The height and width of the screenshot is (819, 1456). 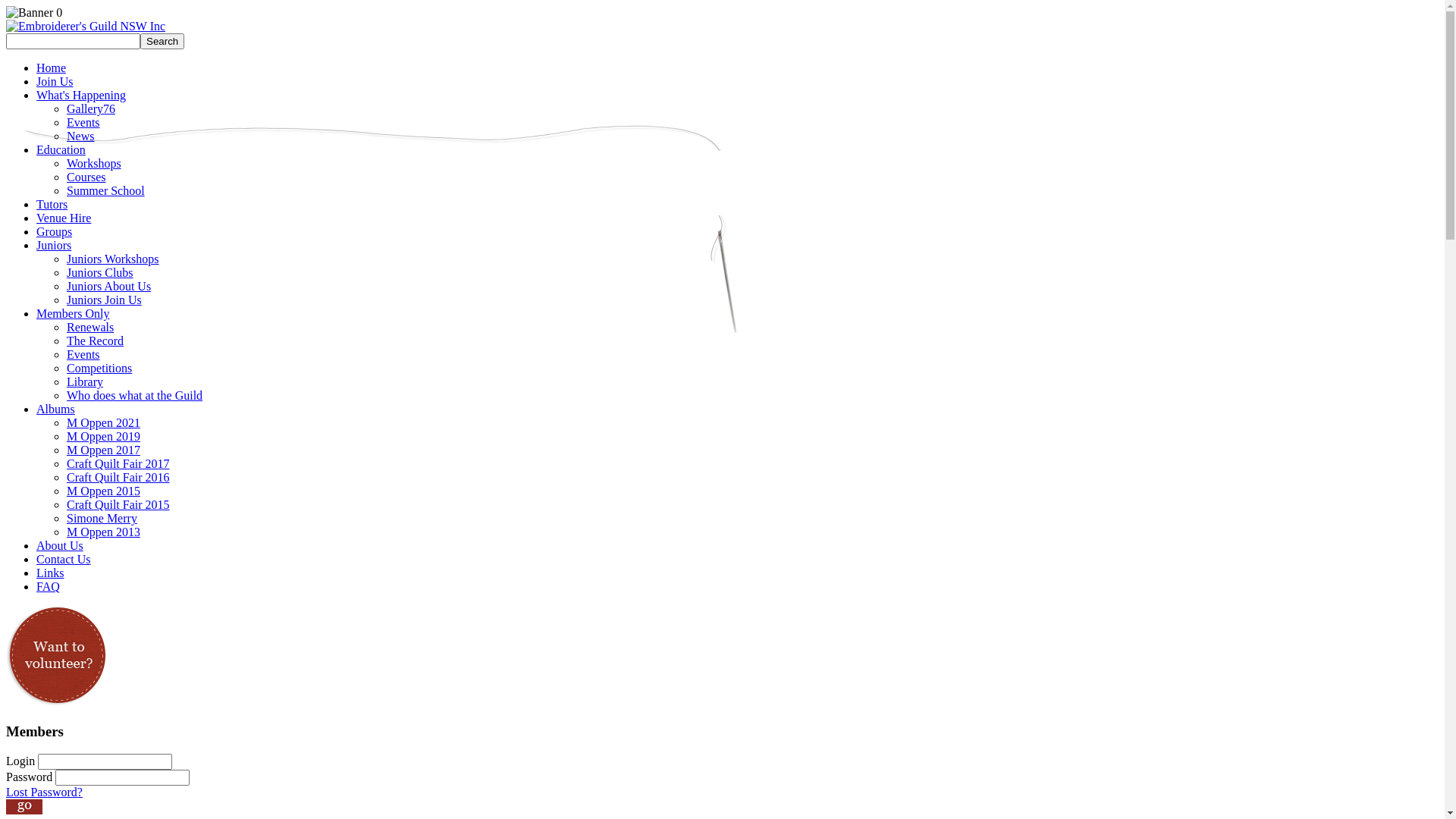 I want to click on 'M Oppen 2021', so click(x=65, y=422).